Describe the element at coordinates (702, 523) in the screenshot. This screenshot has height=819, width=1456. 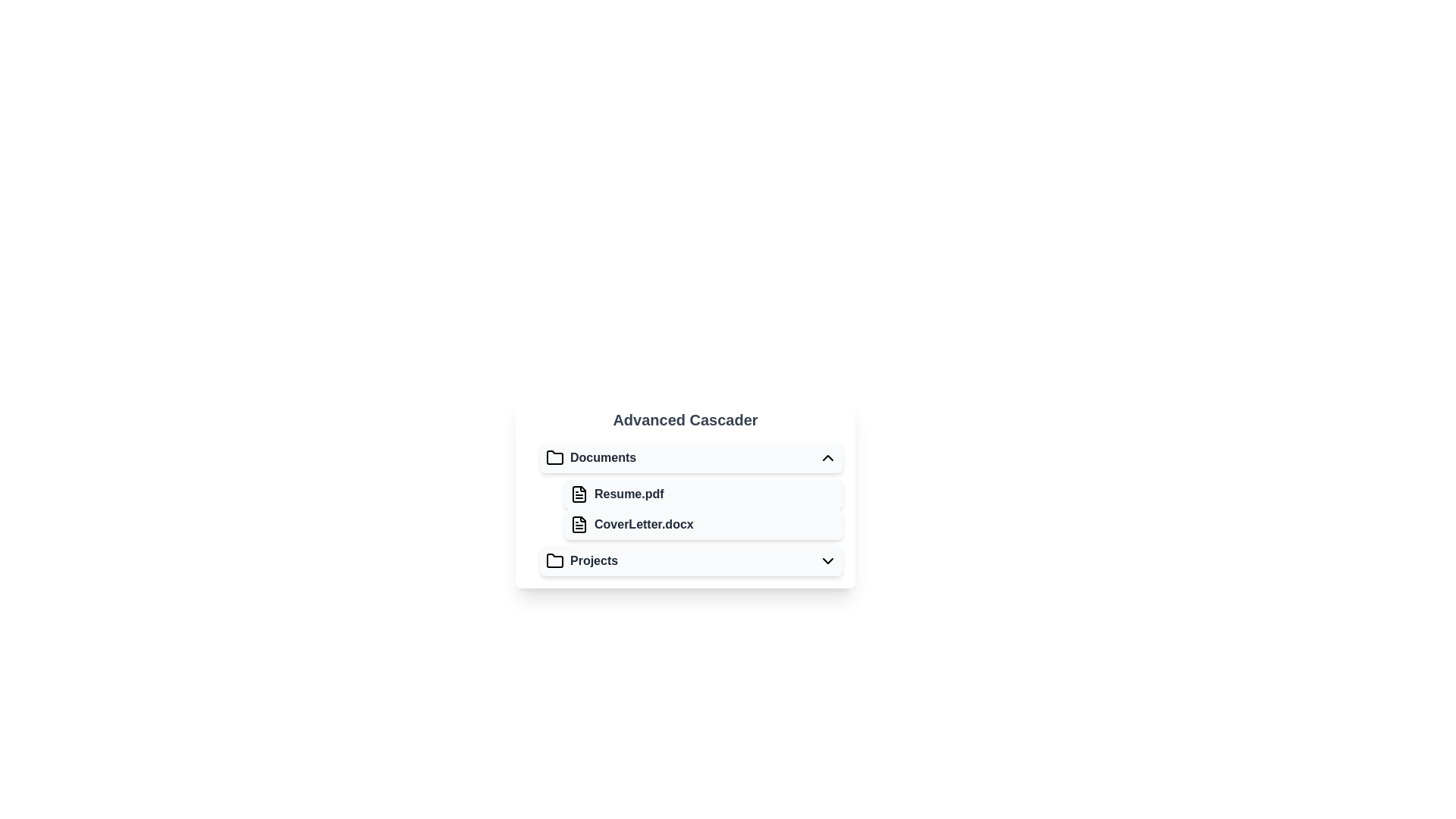
I see `the List item representing the document 'CoverLetter.docx'` at that location.